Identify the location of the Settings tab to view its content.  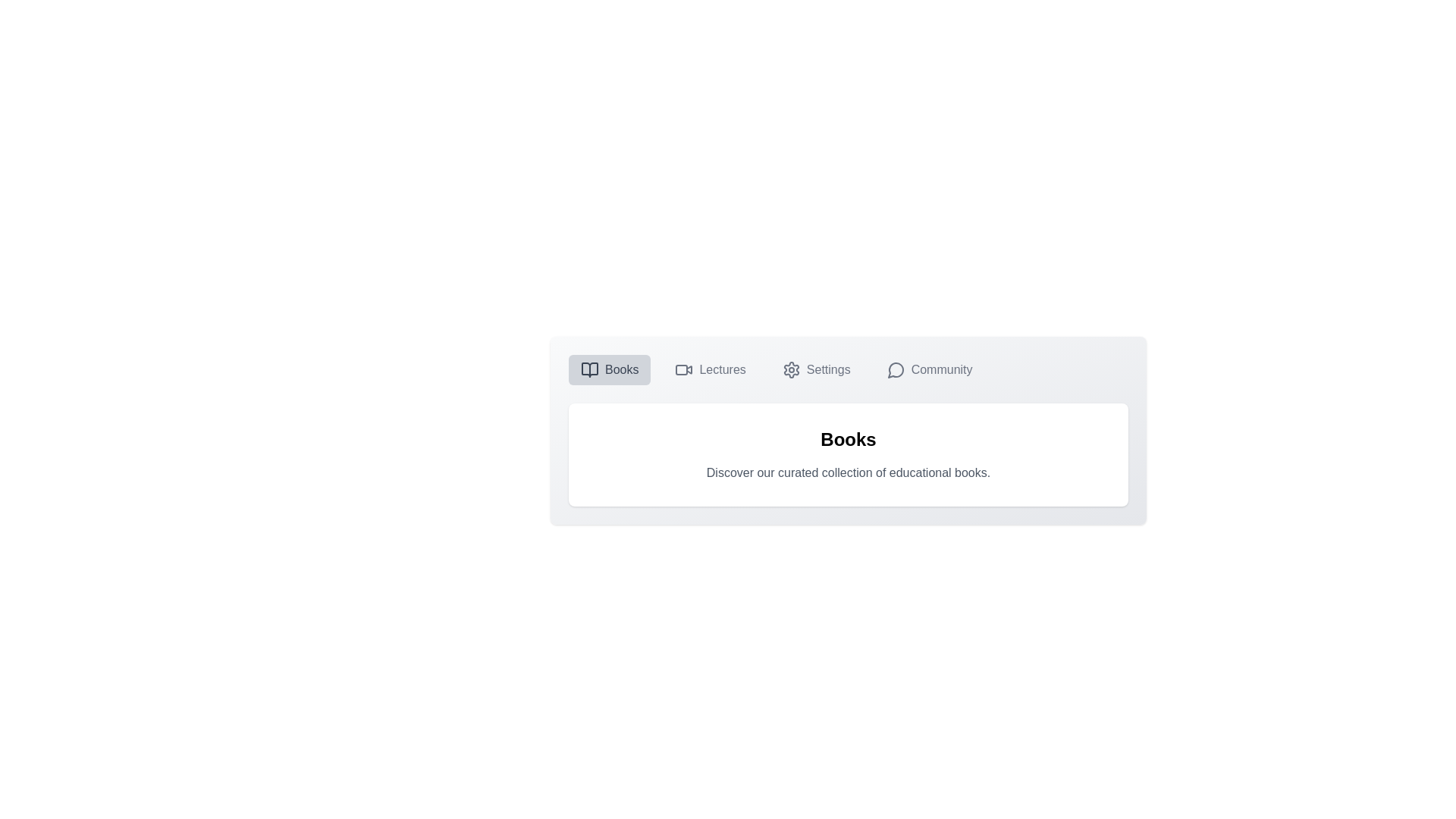
(815, 370).